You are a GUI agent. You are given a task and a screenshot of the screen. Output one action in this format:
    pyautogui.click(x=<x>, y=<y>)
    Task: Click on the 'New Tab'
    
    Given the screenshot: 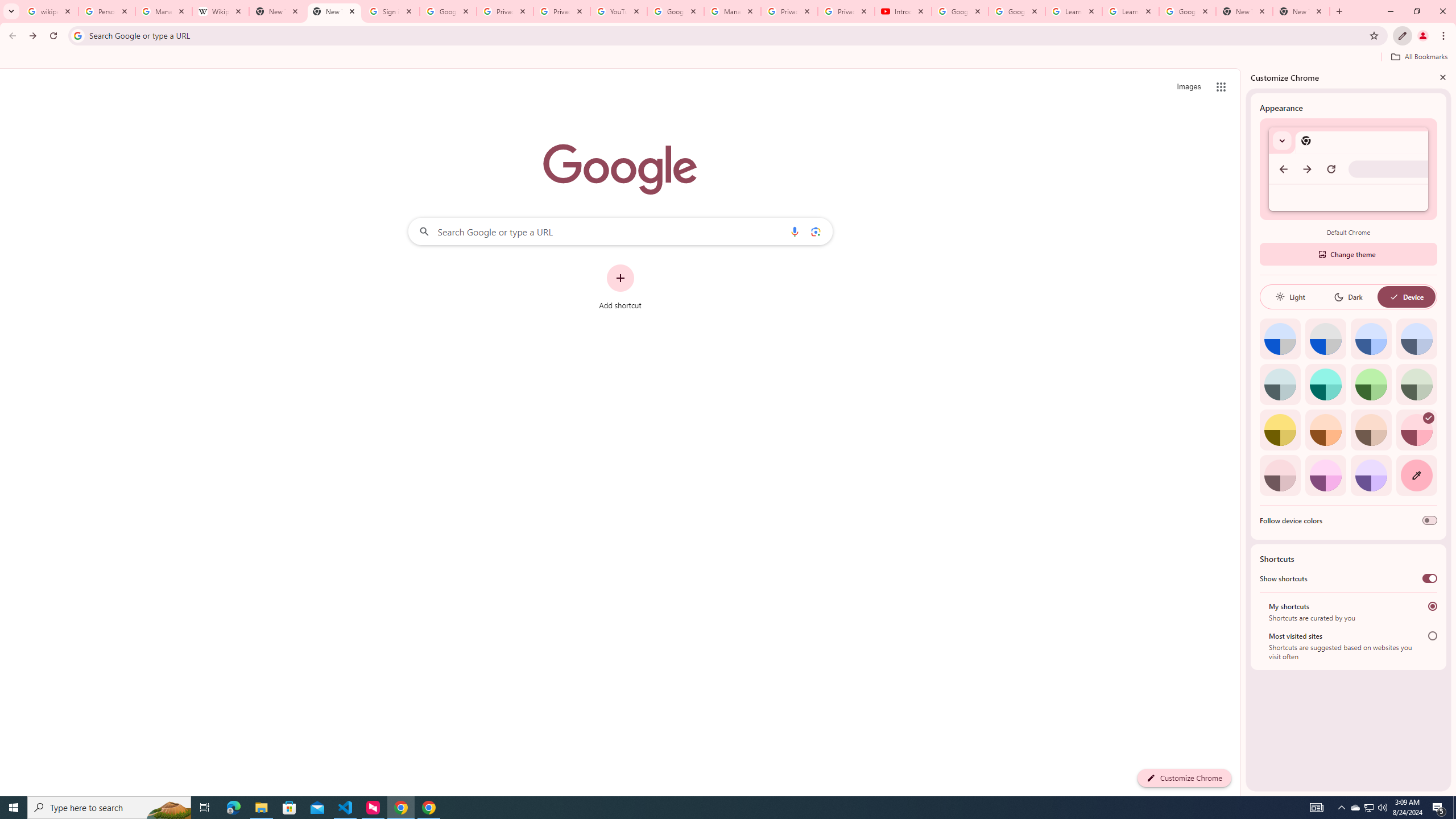 What is the action you would take?
    pyautogui.click(x=1244, y=11)
    